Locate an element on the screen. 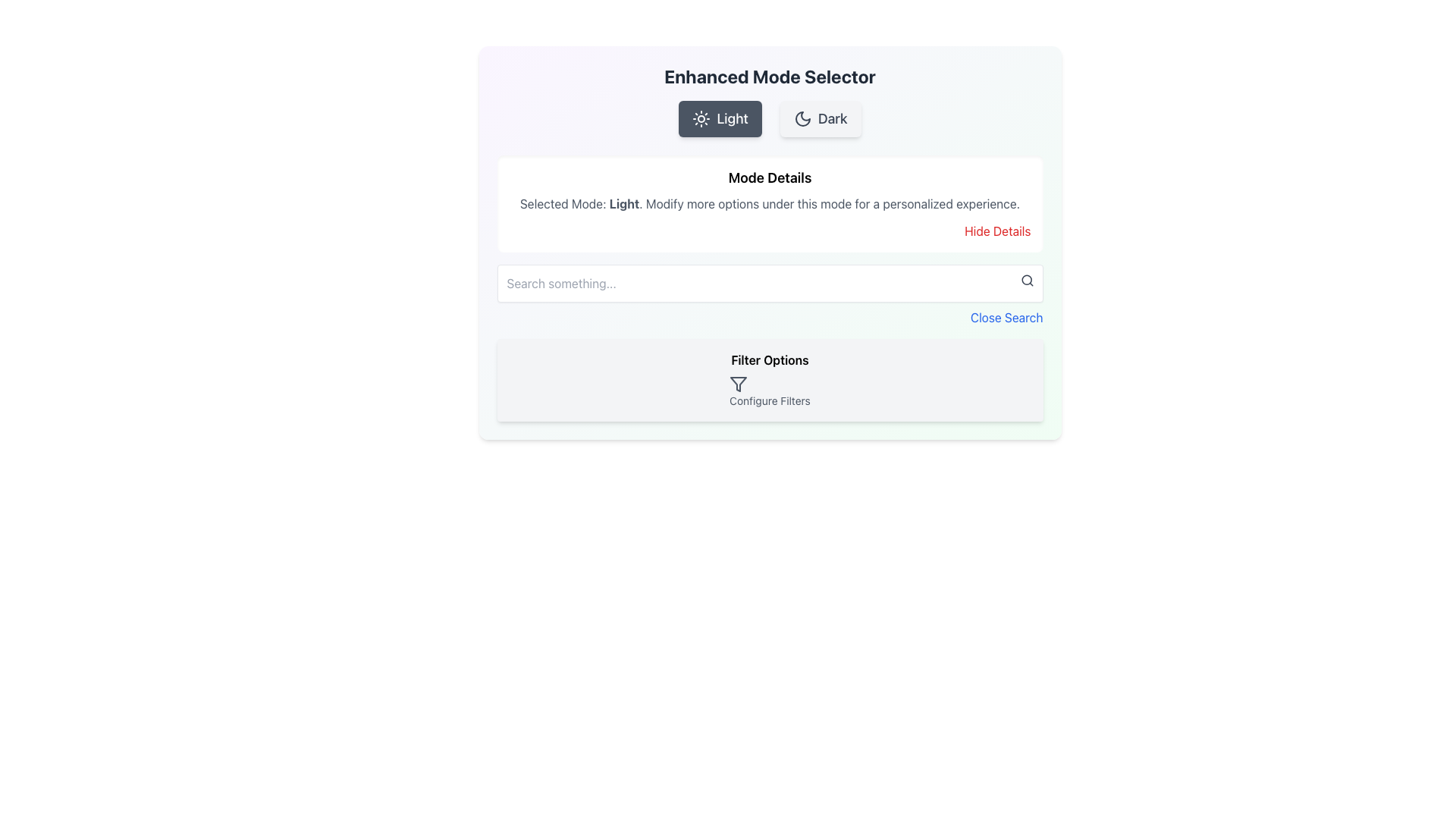  the 'Enhanced Mode Selector' text label, which is a large, bold, dark gray text centered at the top of a light-themed card interface is located at coordinates (770, 76).